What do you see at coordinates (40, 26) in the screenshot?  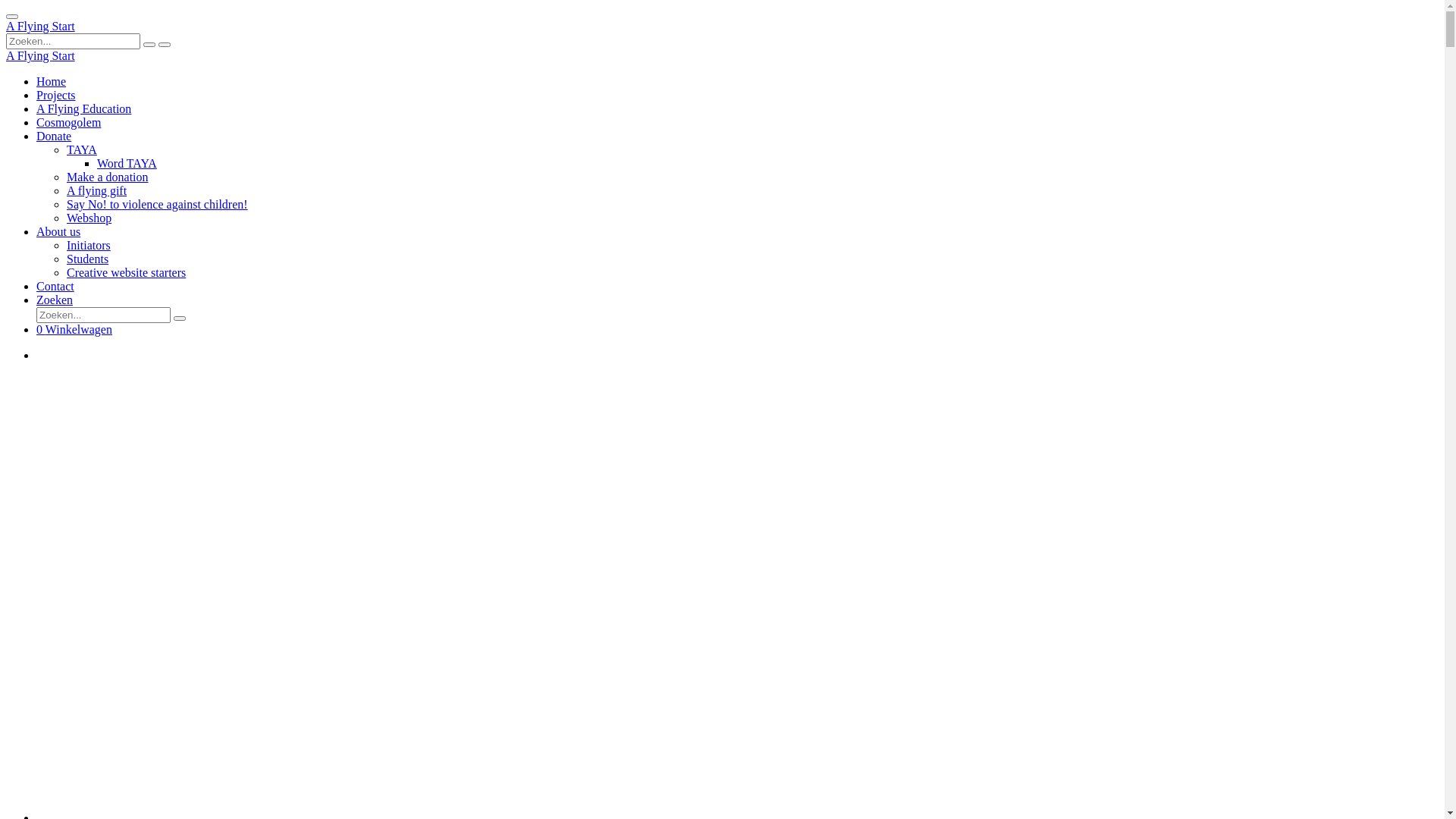 I see `'A Flying Start'` at bounding box center [40, 26].